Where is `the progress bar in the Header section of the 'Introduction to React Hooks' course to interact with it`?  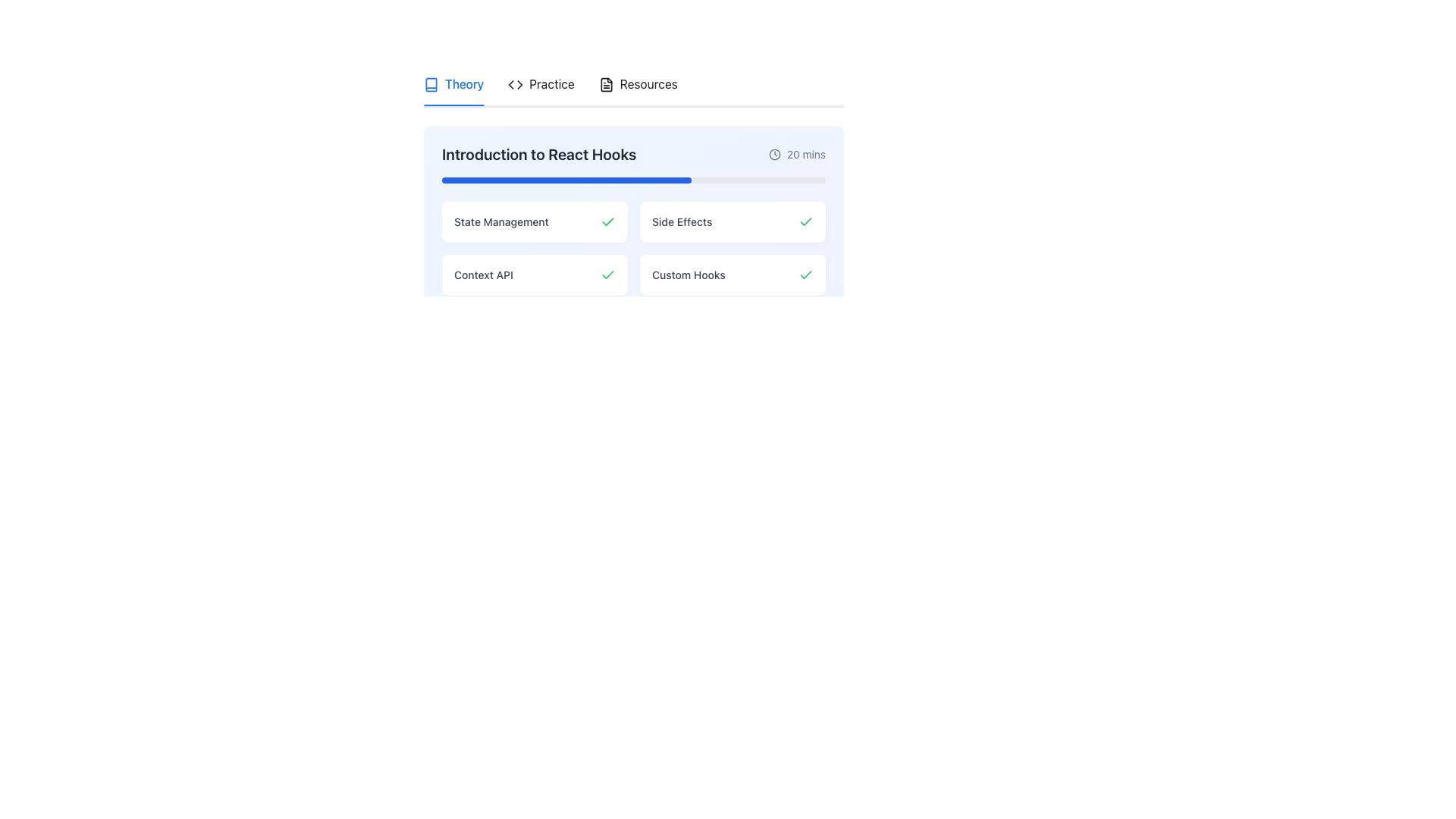
the progress bar in the Header section of the 'Introduction to React Hooks' course to interact with it is located at coordinates (633, 164).